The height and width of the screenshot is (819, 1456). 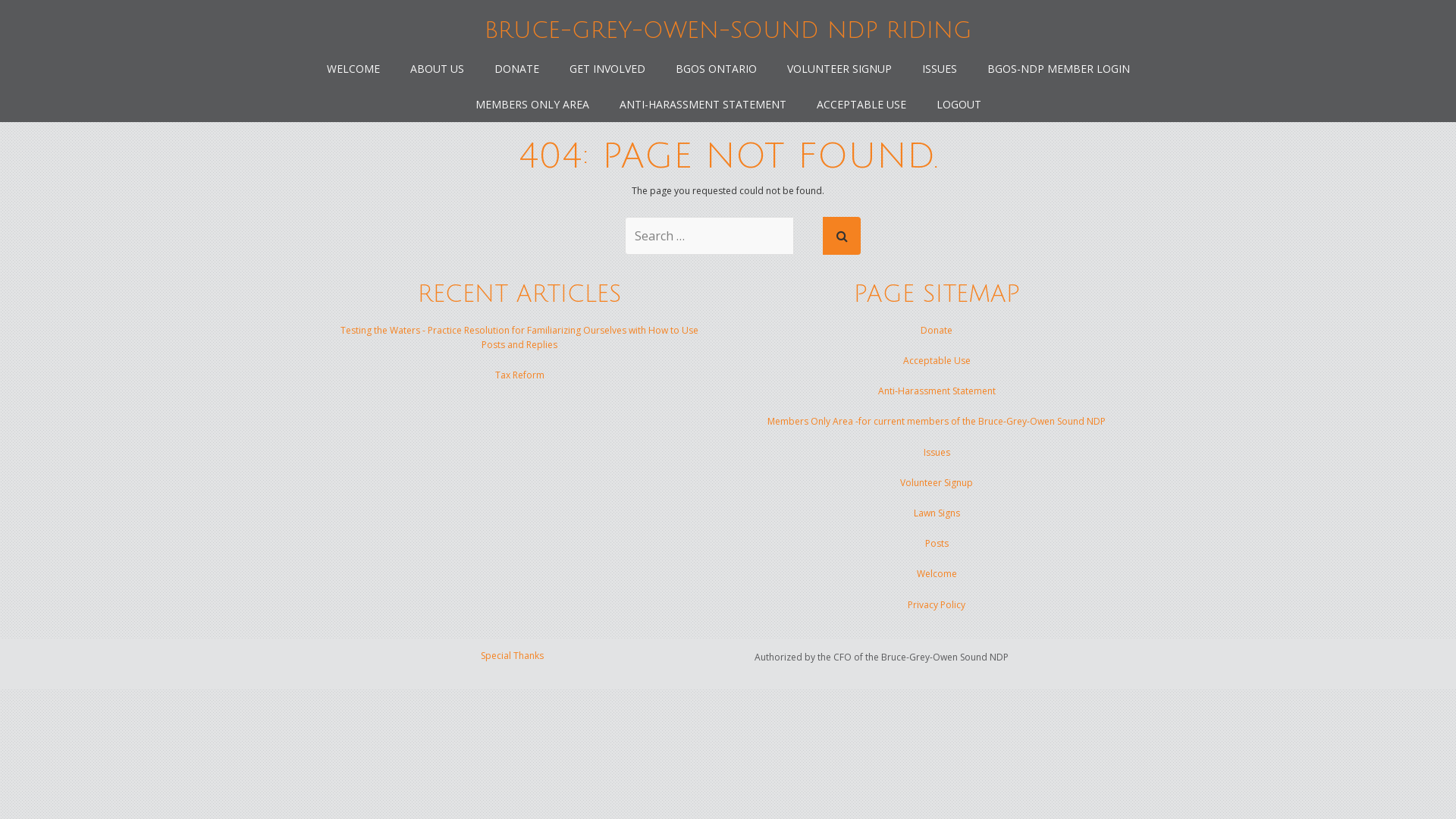 What do you see at coordinates (701, 103) in the screenshot?
I see `'ANTI-HARASSMENT STATEMENT'` at bounding box center [701, 103].